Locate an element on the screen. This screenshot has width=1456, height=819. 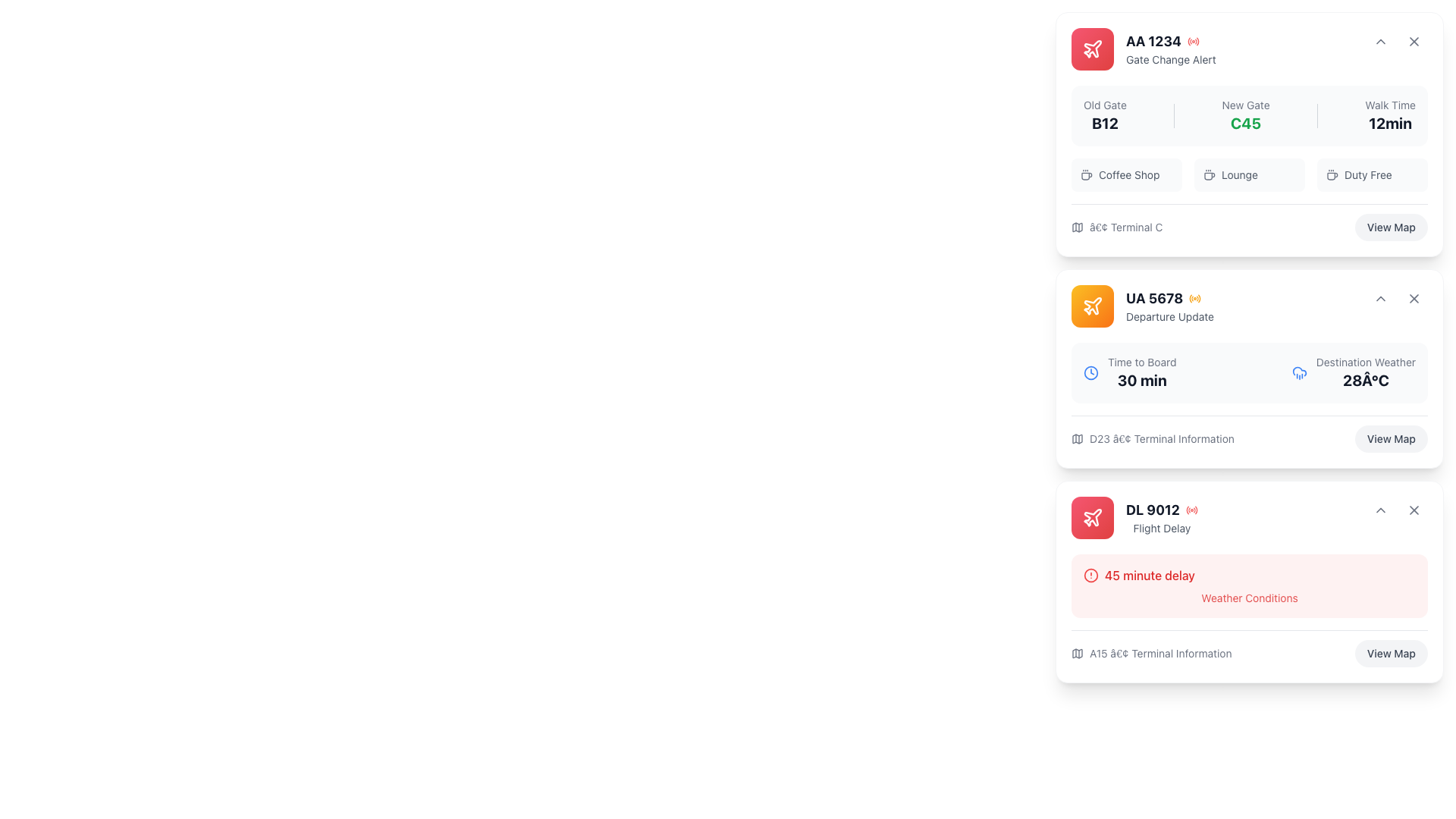
the upward-pointing chevron icon button located in the top-right corner of the 'DL 9012 - Flight Delay' card is located at coordinates (1380, 510).